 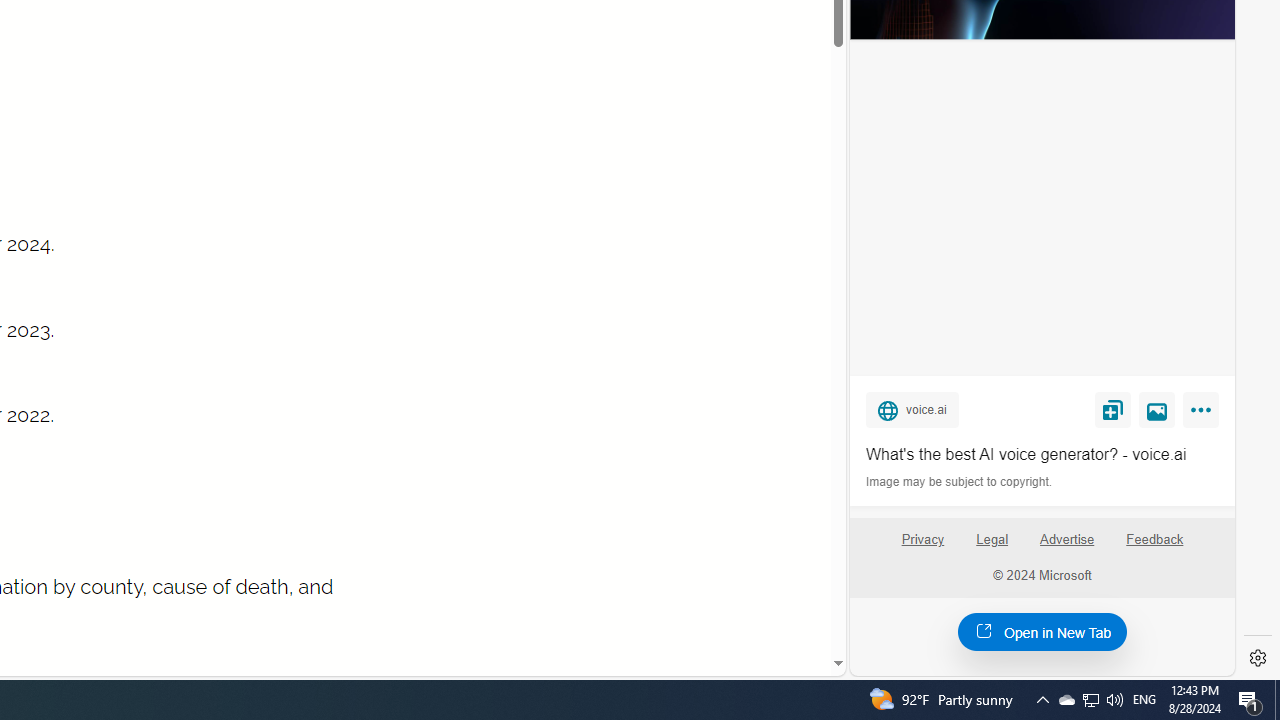 What do you see at coordinates (911, 408) in the screenshot?
I see `'voice.ai'` at bounding box center [911, 408].